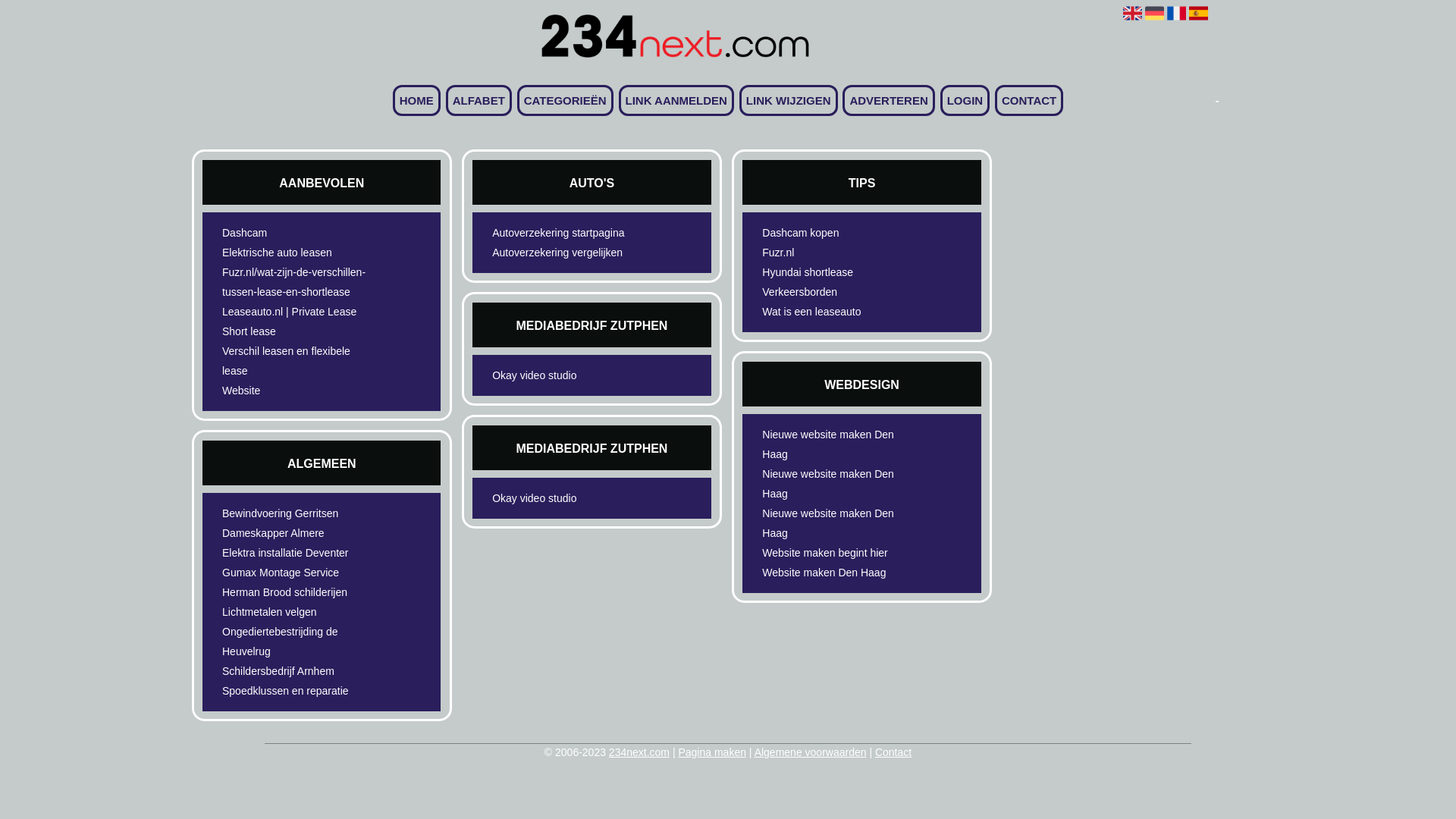  Describe the element at coordinates (295, 553) in the screenshot. I see `'Elektra installatie Deventer'` at that location.